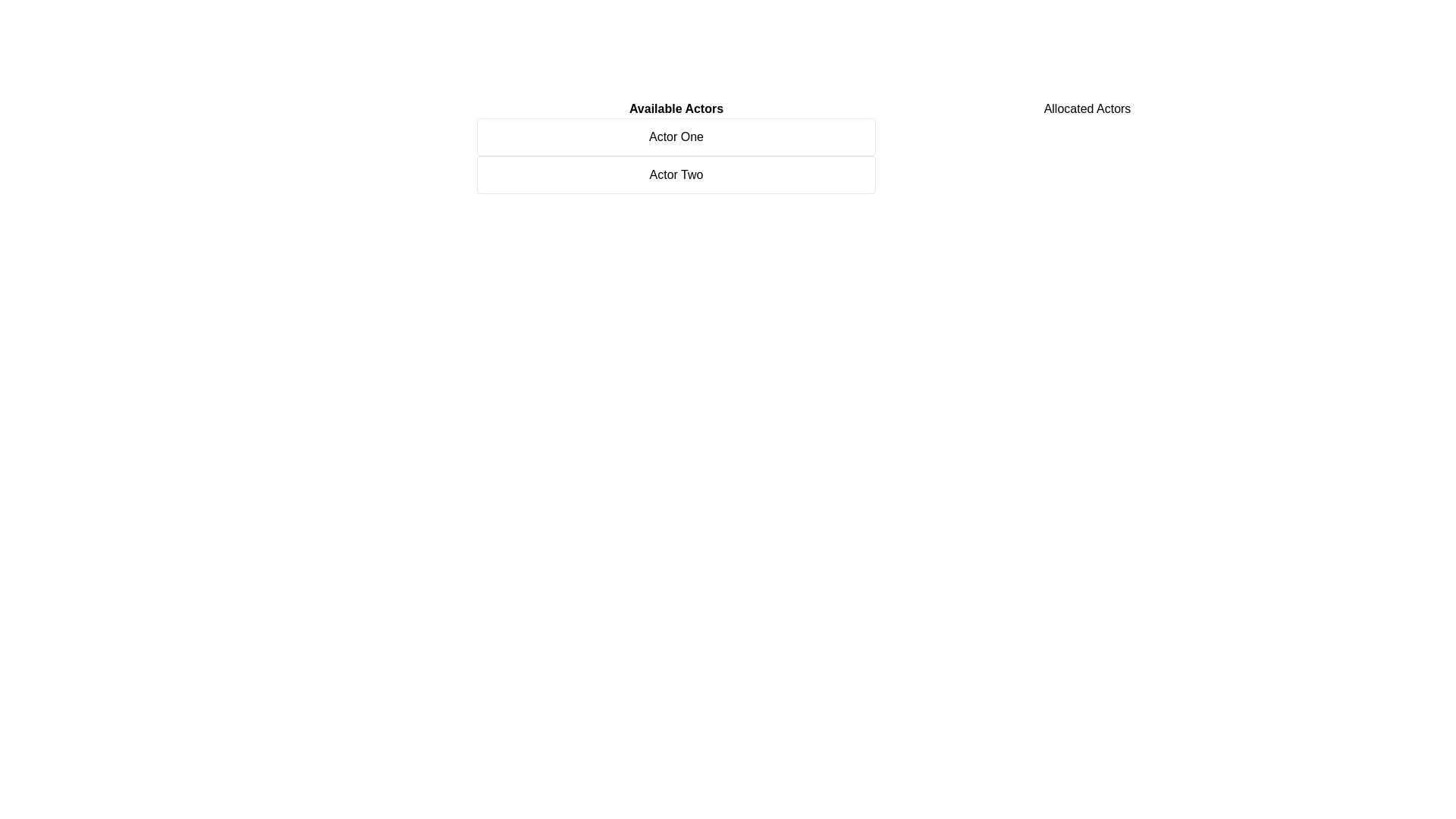 This screenshot has width=1456, height=819. What do you see at coordinates (1087, 108) in the screenshot?
I see `the 'Allocated Actors' section by clicking on its header` at bounding box center [1087, 108].